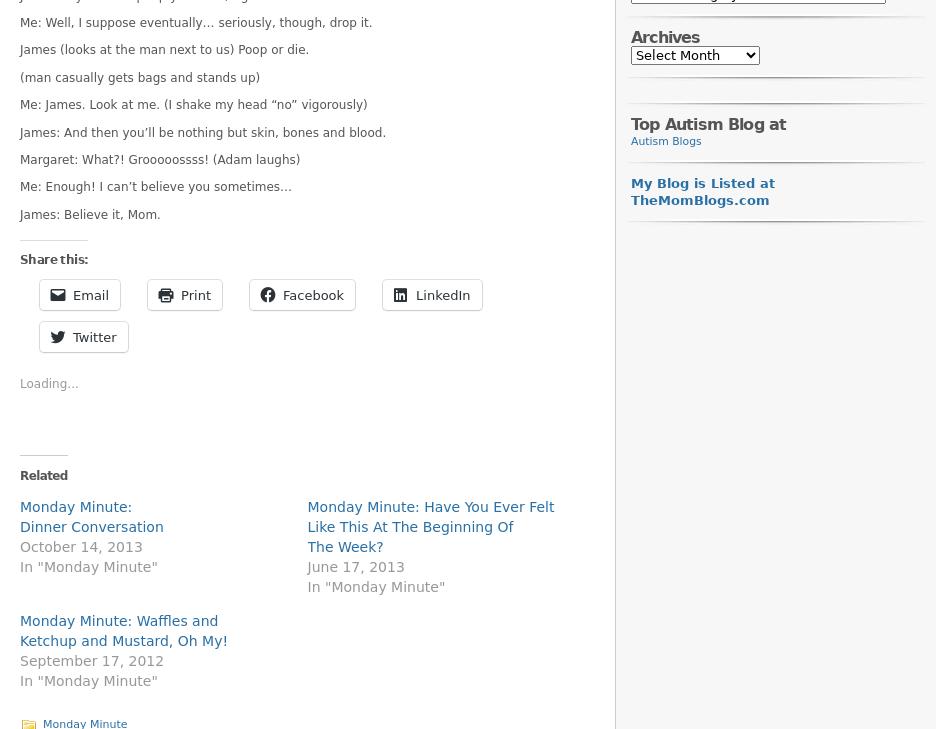 This screenshot has height=729, width=936. What do you see at coordinates (629, 182) in the screenshot?
I see `'My Blog is Listed at'` at bounding box center [629, 182].